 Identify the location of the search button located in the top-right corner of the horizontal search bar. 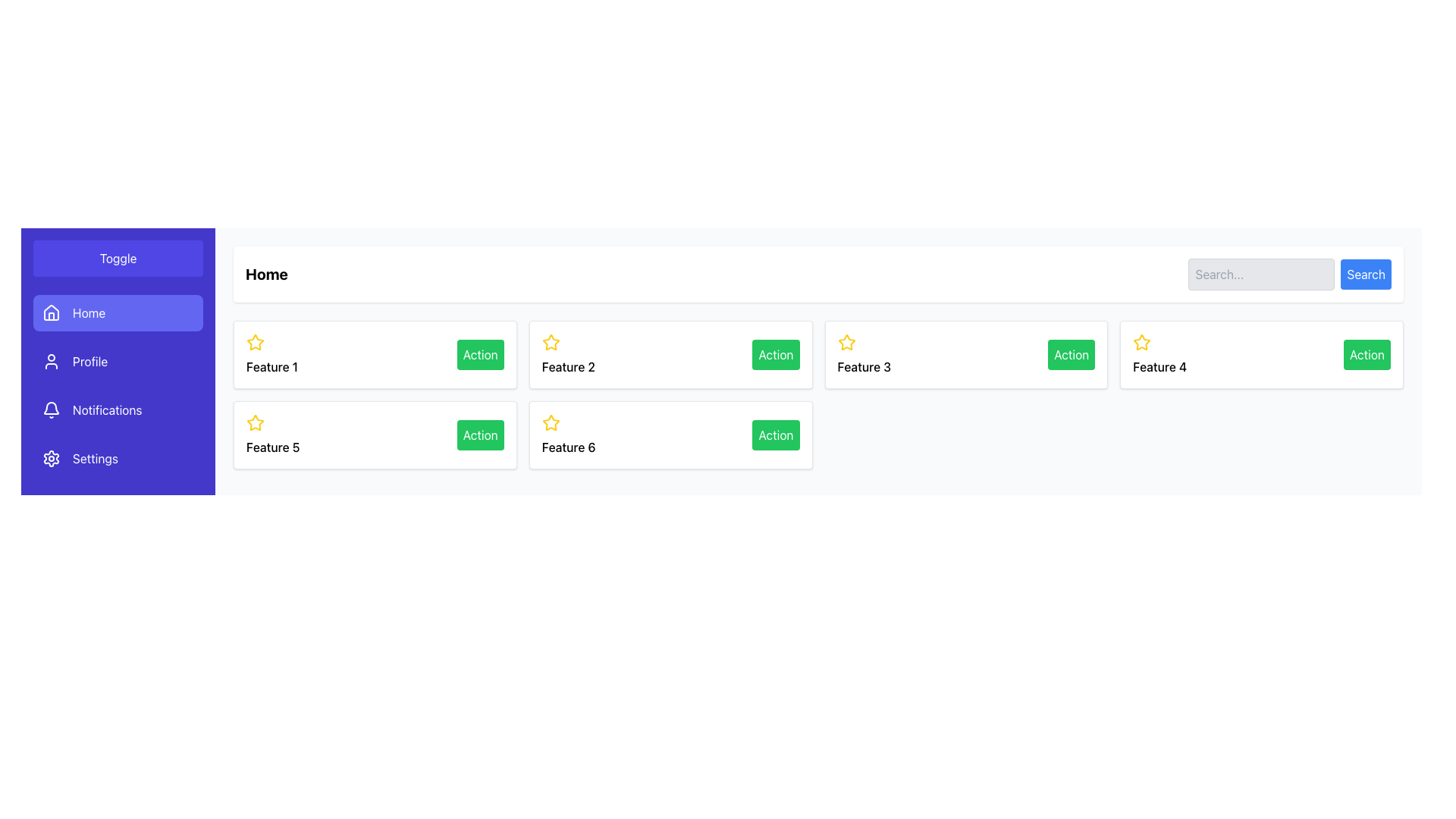
(1366, 275).